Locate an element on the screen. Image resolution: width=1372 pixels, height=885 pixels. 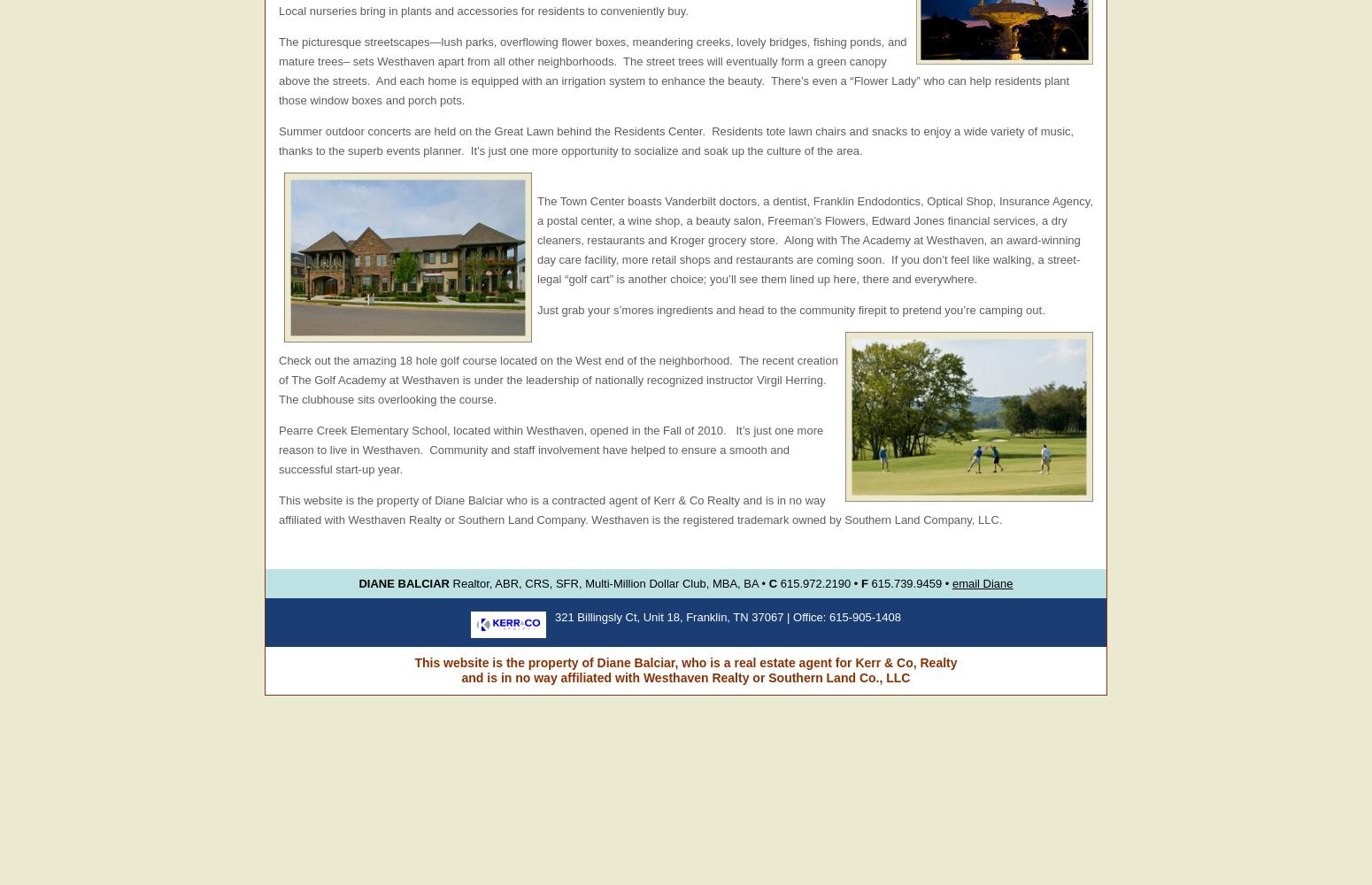
'This website is the property of Diane Balciar, who is a real estate agent for Kerr & Co, Realty' is located at coordinates (685, 662).